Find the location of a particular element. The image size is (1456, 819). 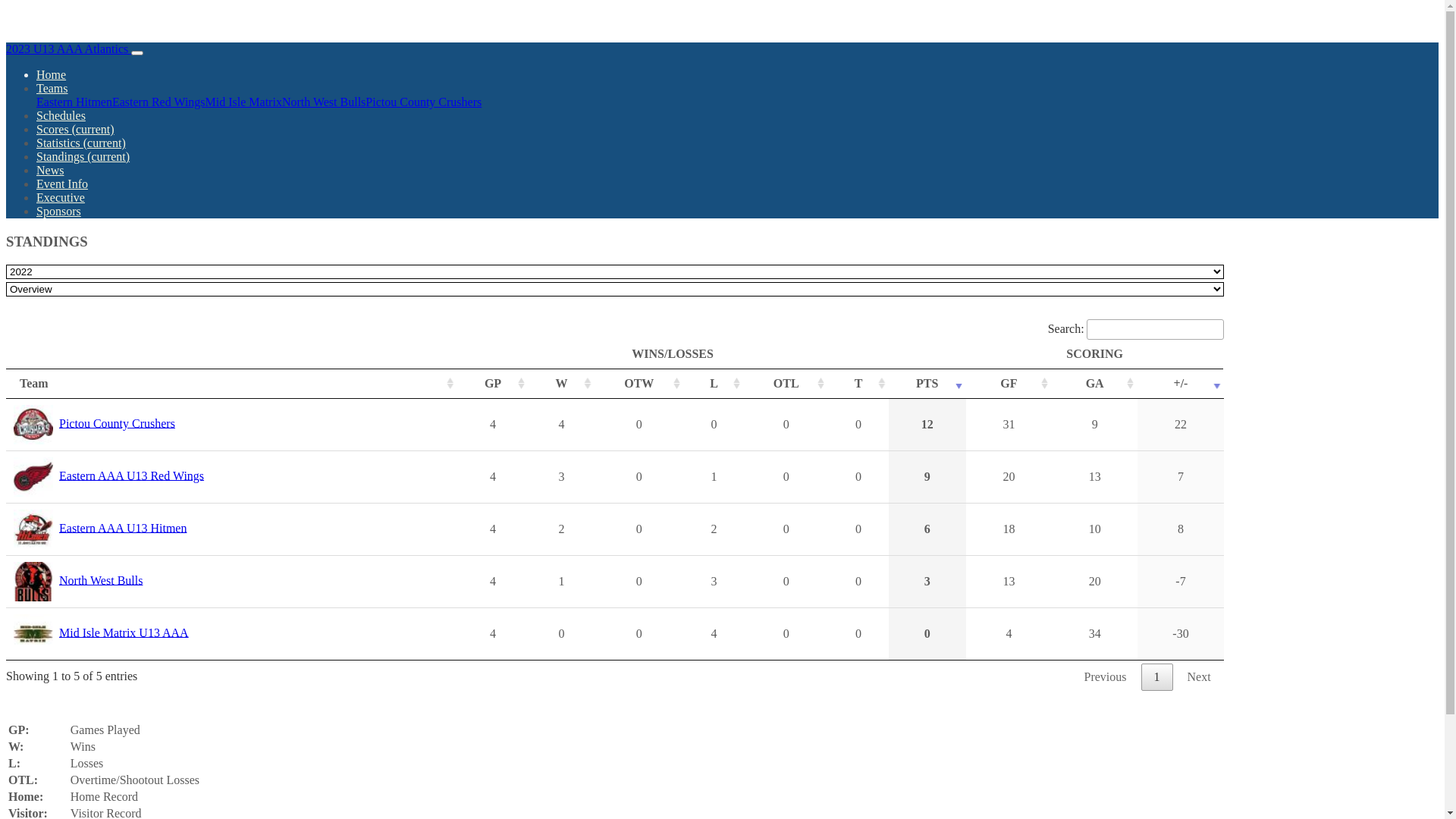

'Statistics (current)' is located at coordinates (80, 143).